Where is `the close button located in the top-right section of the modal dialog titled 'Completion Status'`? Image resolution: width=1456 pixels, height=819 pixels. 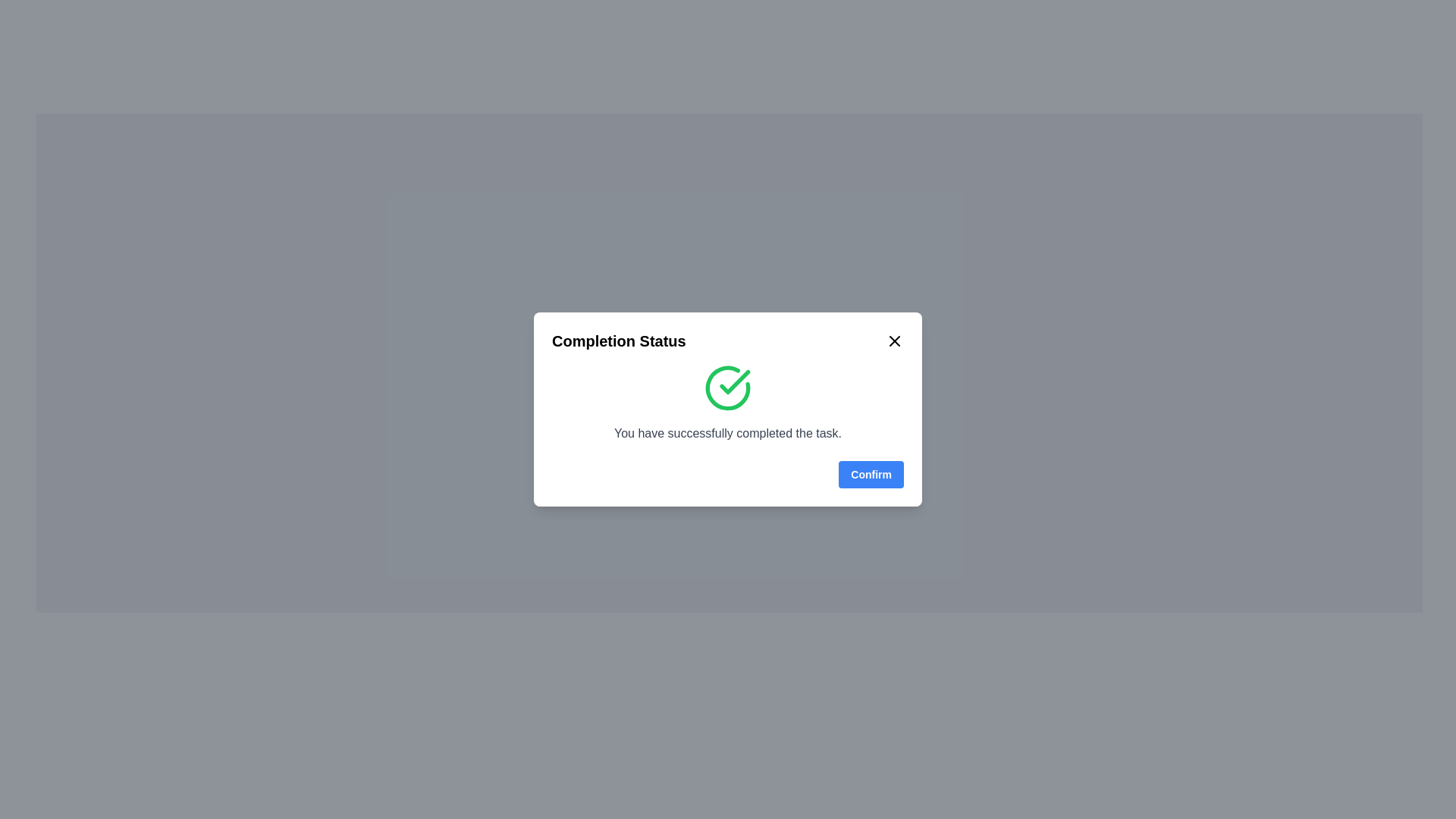 the close button located in the top-right section of the modal dialog titled 'Completion Status' is located at coordinates (895, 341).